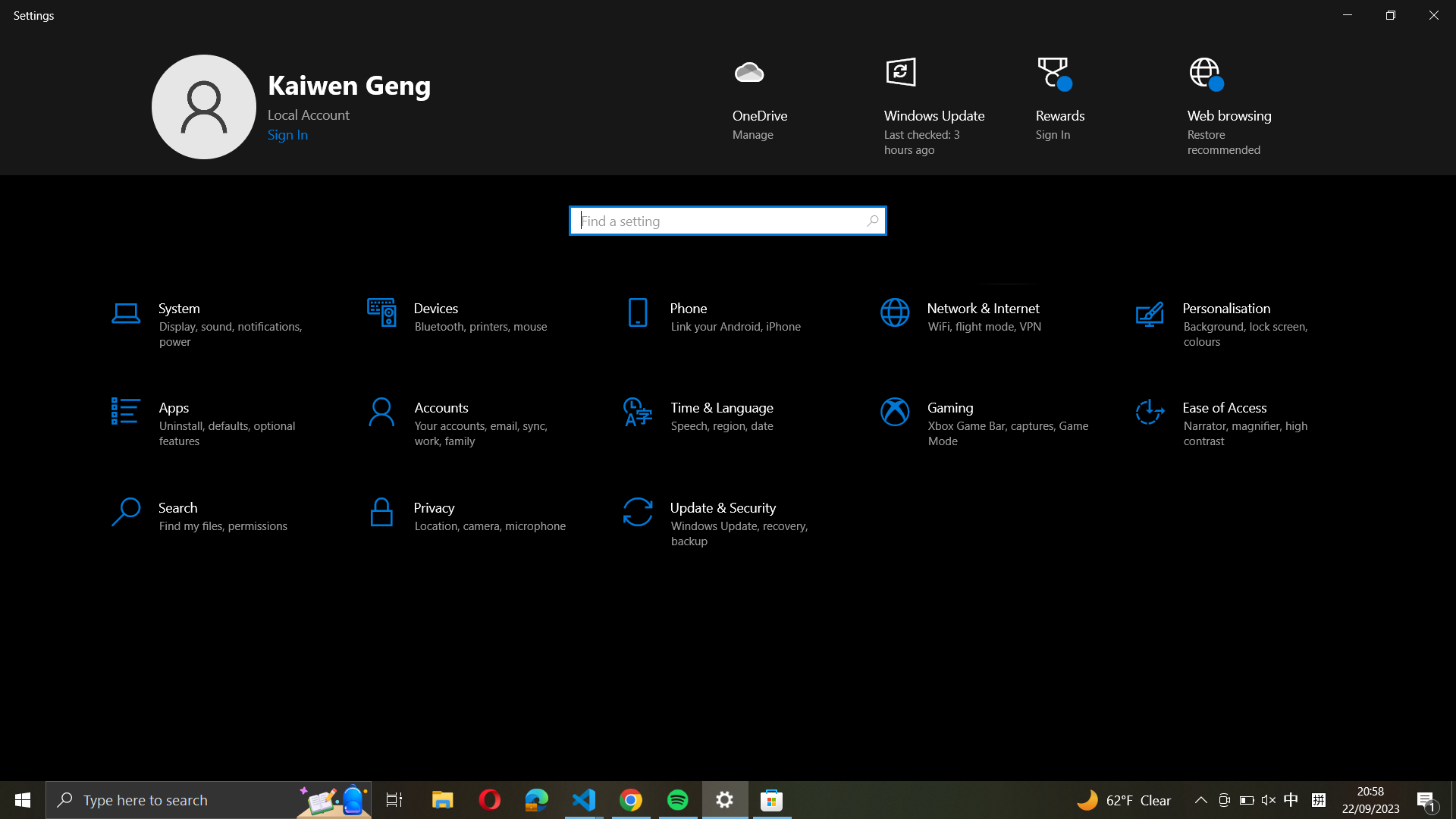  What do you see at coordinates (472, 514) in the screenshot?
I see `the "Privacy" button` at bounding box center [472, 514].